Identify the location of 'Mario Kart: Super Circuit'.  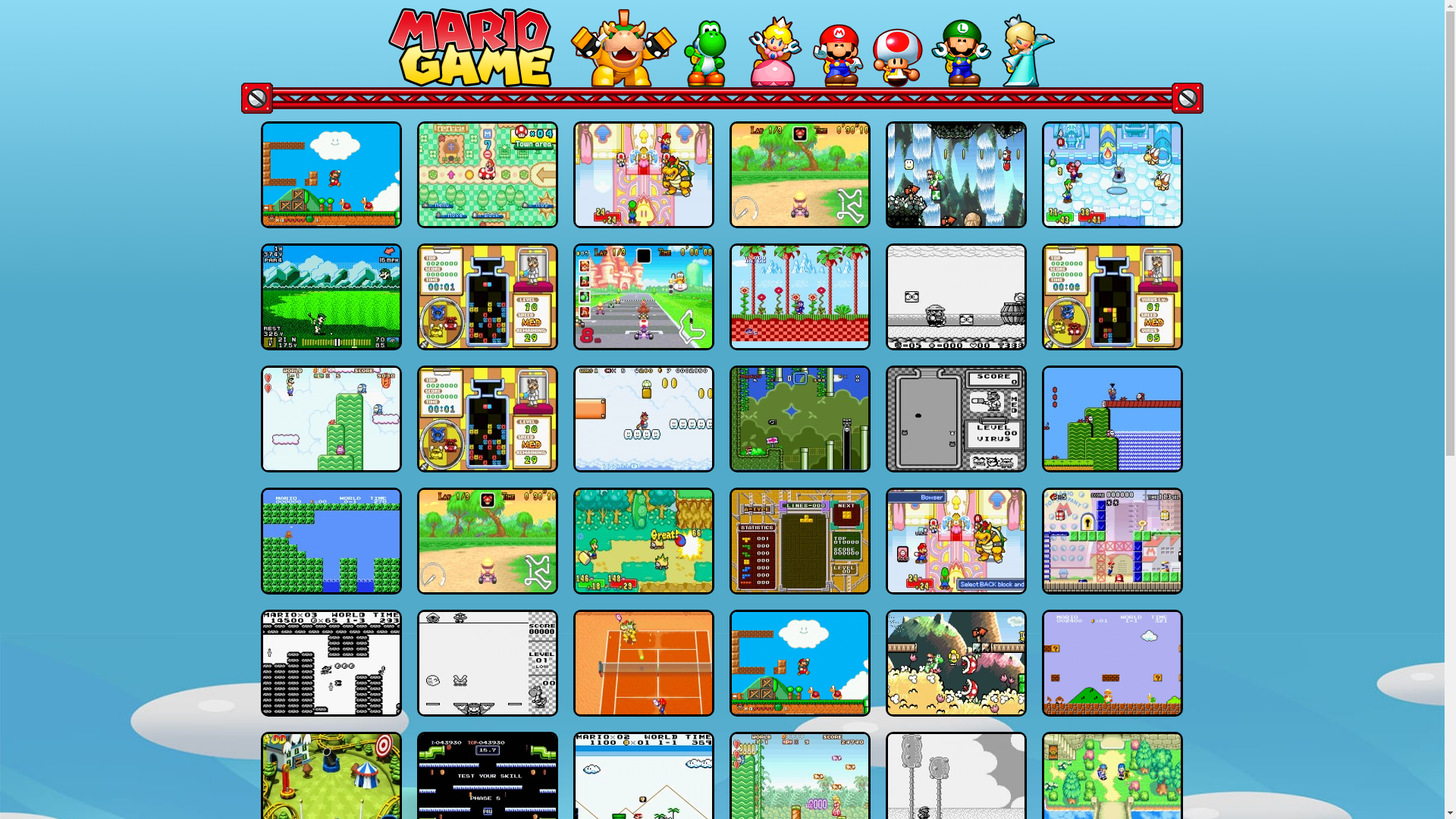
(644, 295).